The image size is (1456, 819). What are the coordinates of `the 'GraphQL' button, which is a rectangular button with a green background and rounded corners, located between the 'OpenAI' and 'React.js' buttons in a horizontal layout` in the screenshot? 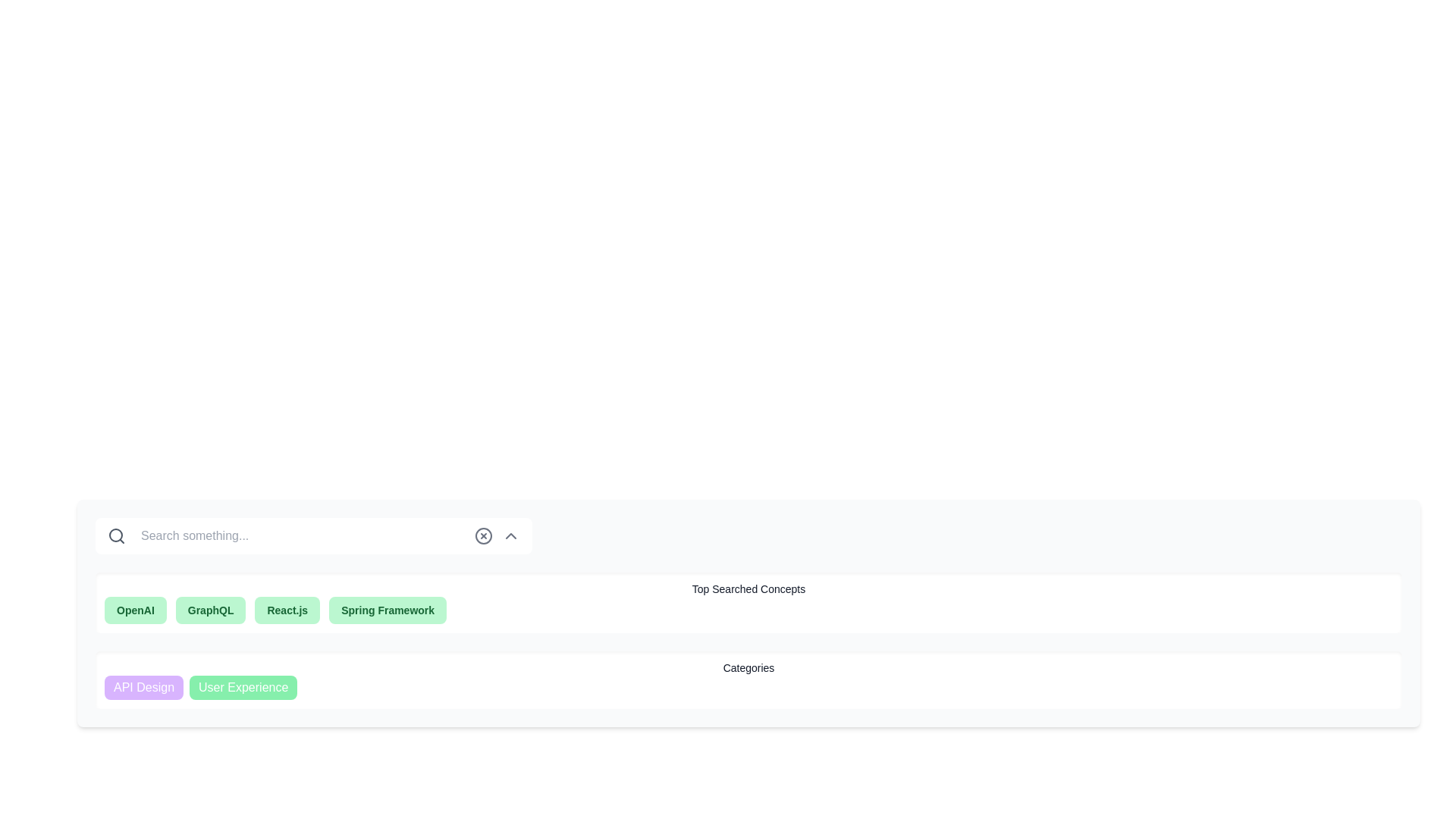 It's located at (210, 610).